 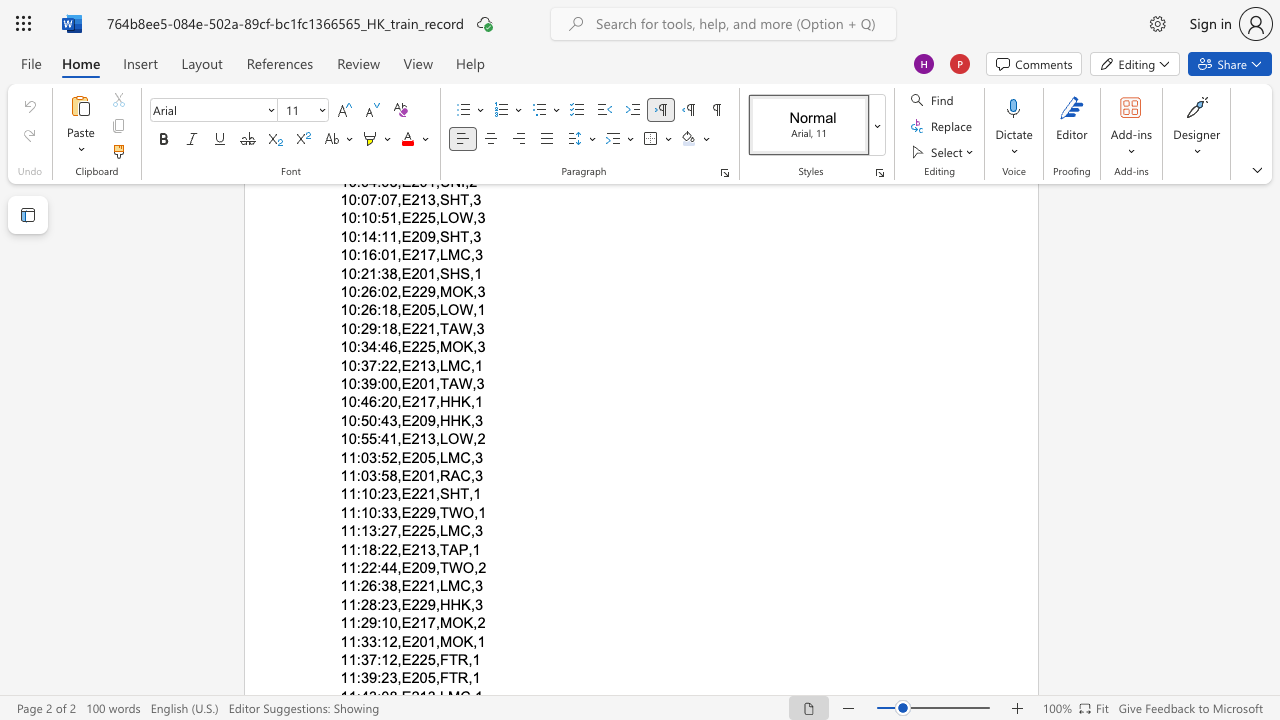 I want to click on the subset text "1:18:22" within the text "11:18:22,E213,TAP,1", so click(x=348, y=549).